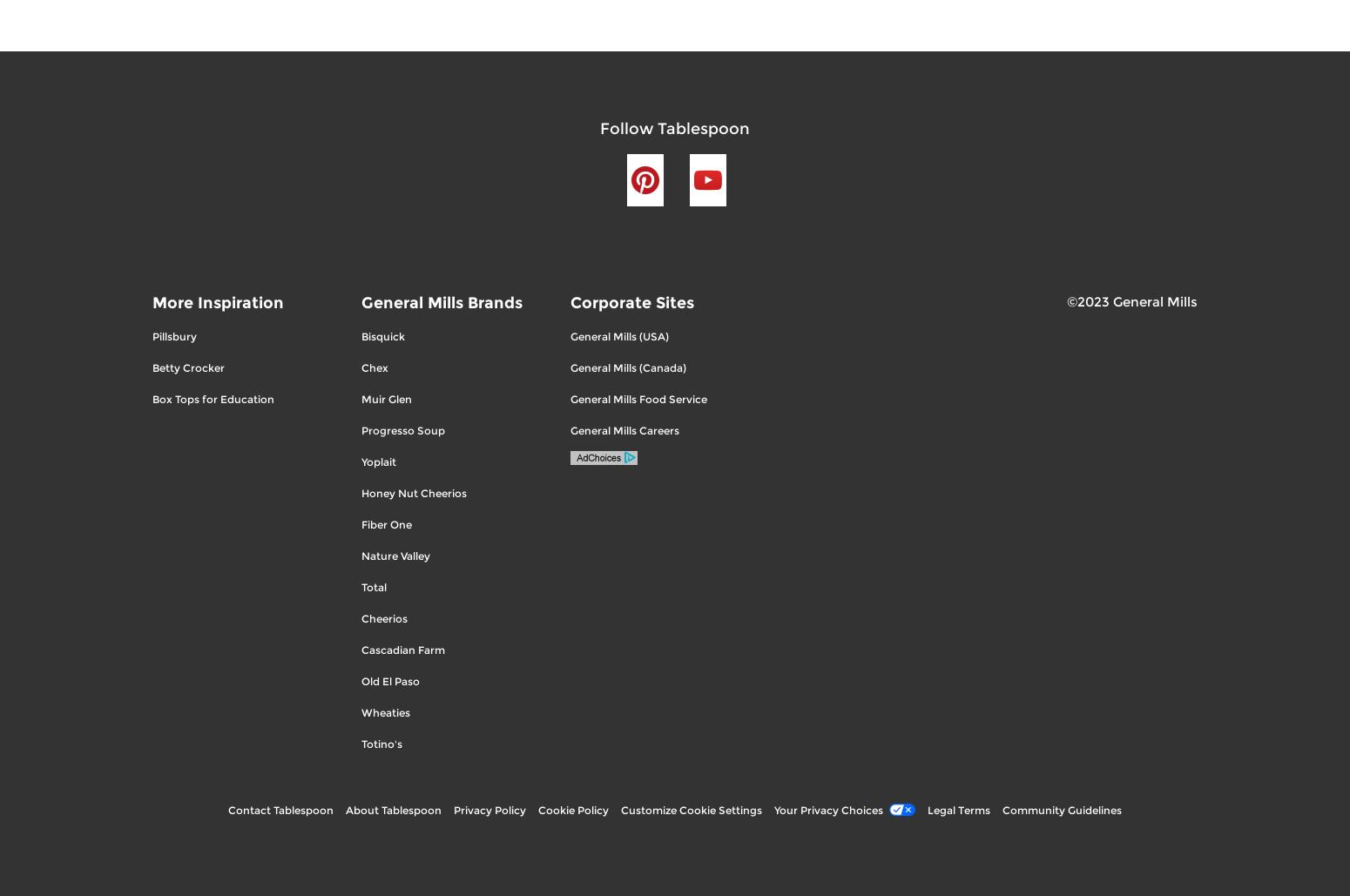  What do you see at coordinates (1061, 809) in the screenshot?
I see `'Community Guidelines'` at bounding box center [1061, 809].